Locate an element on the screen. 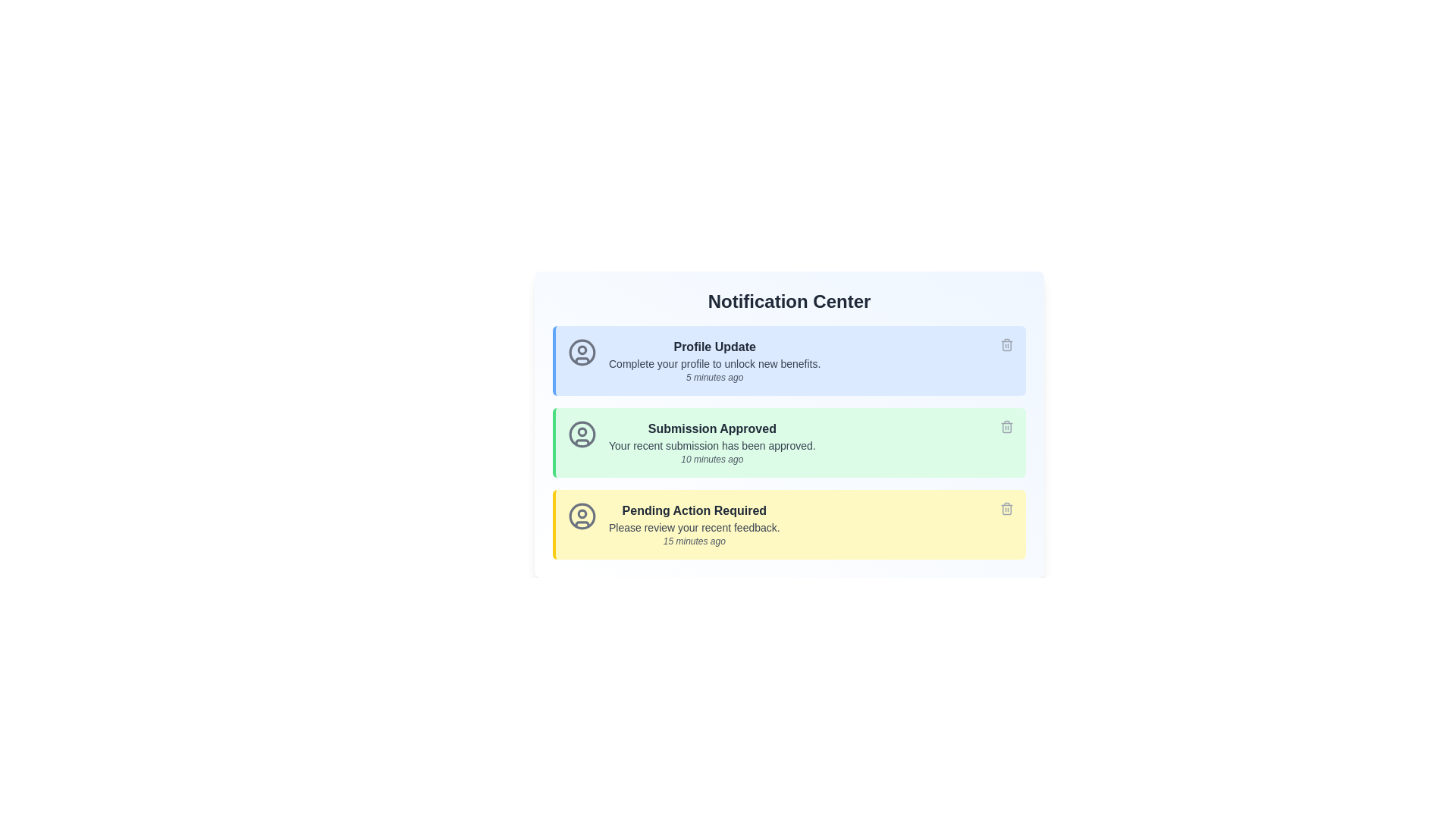  the small circular shape representing a part of the user profile icon located centrally within the topmost blue notification card is located at coordinates (582, 350).